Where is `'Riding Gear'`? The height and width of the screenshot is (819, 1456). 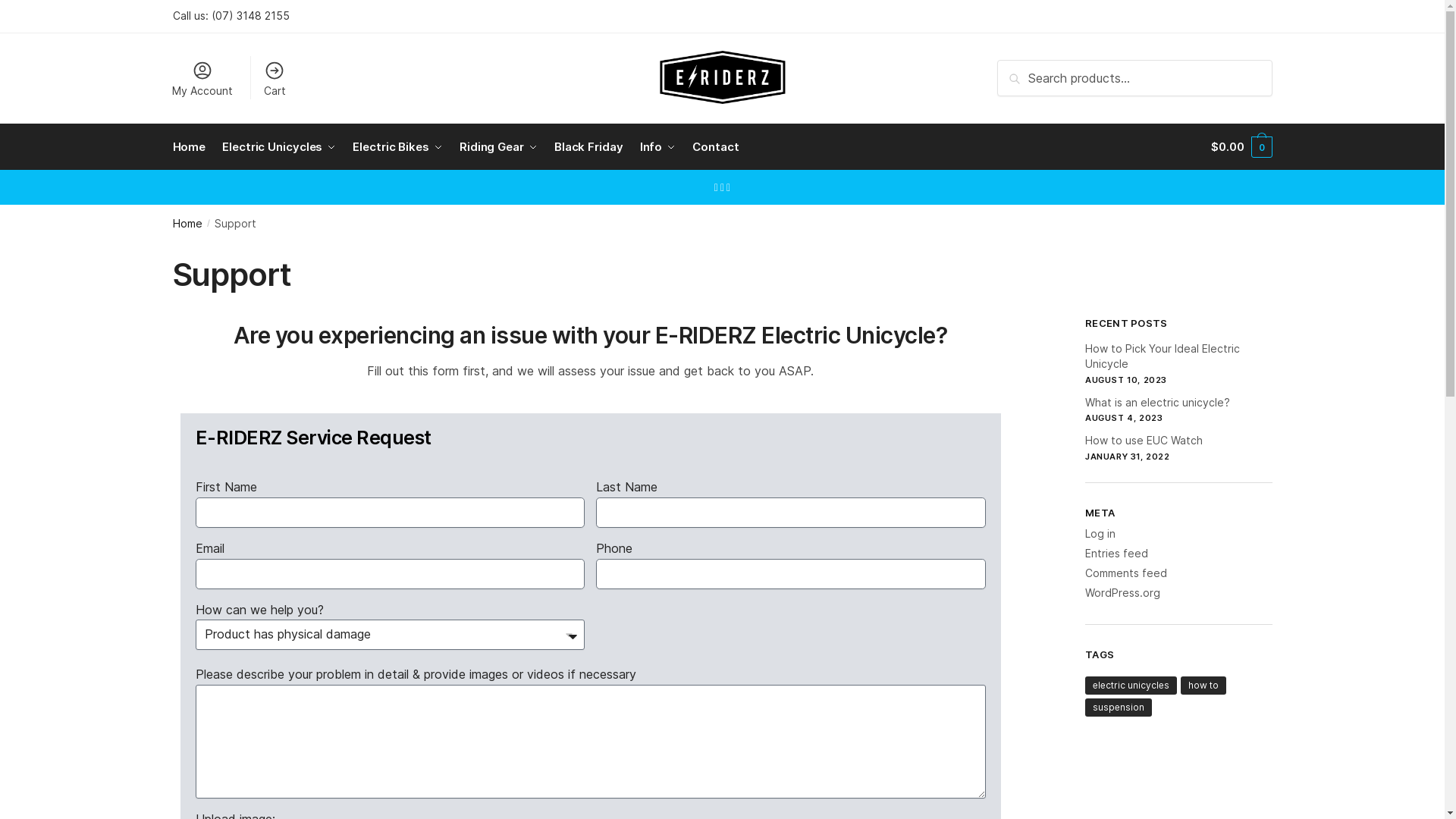 'Riding Gear' is located at coordinates (498, 146).